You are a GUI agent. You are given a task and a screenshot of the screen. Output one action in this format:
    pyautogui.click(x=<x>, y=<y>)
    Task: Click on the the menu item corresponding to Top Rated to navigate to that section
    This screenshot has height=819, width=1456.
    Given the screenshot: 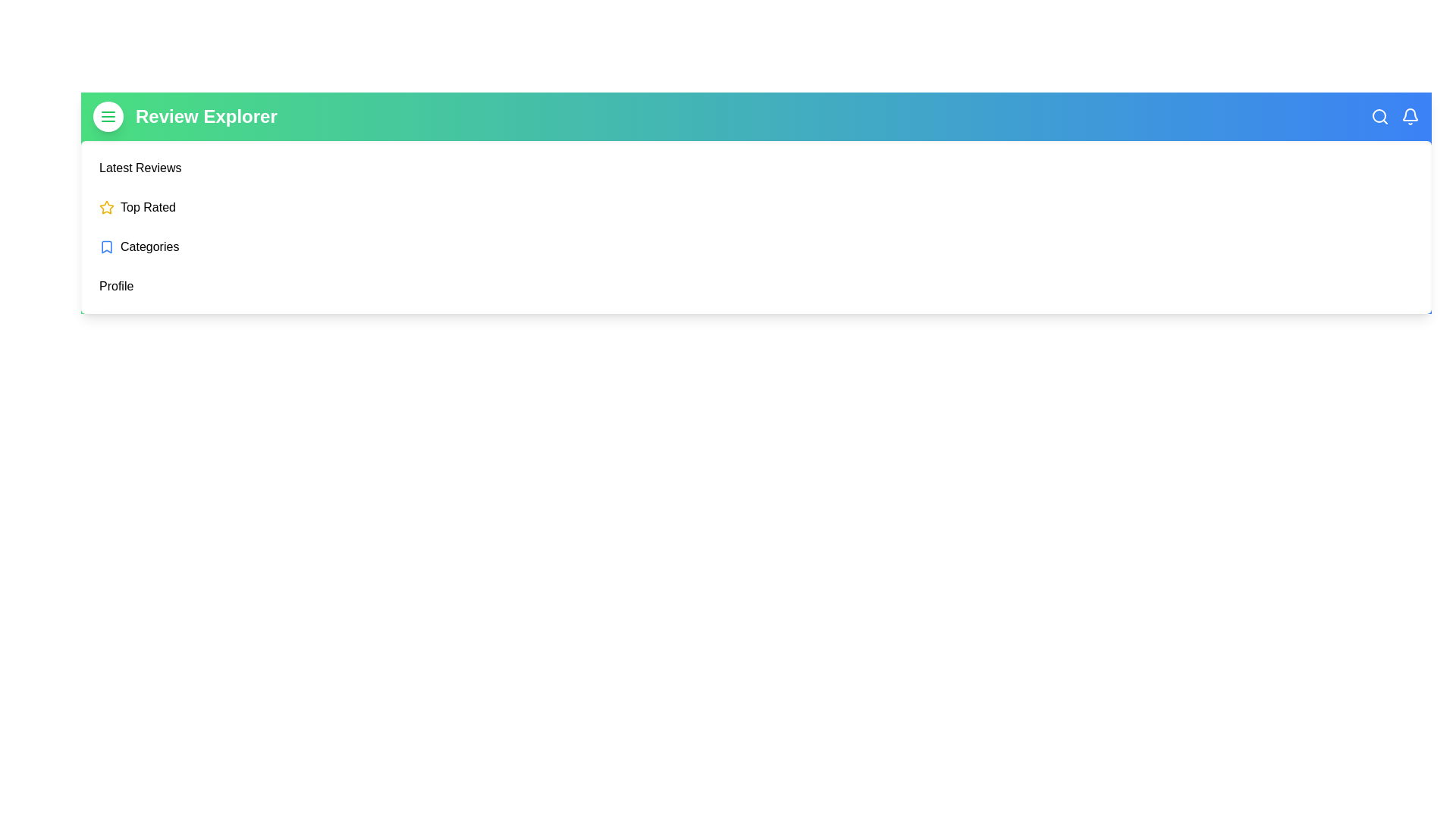 What is the action you would take?
    pyautogui.click(x=148, y=207)
    